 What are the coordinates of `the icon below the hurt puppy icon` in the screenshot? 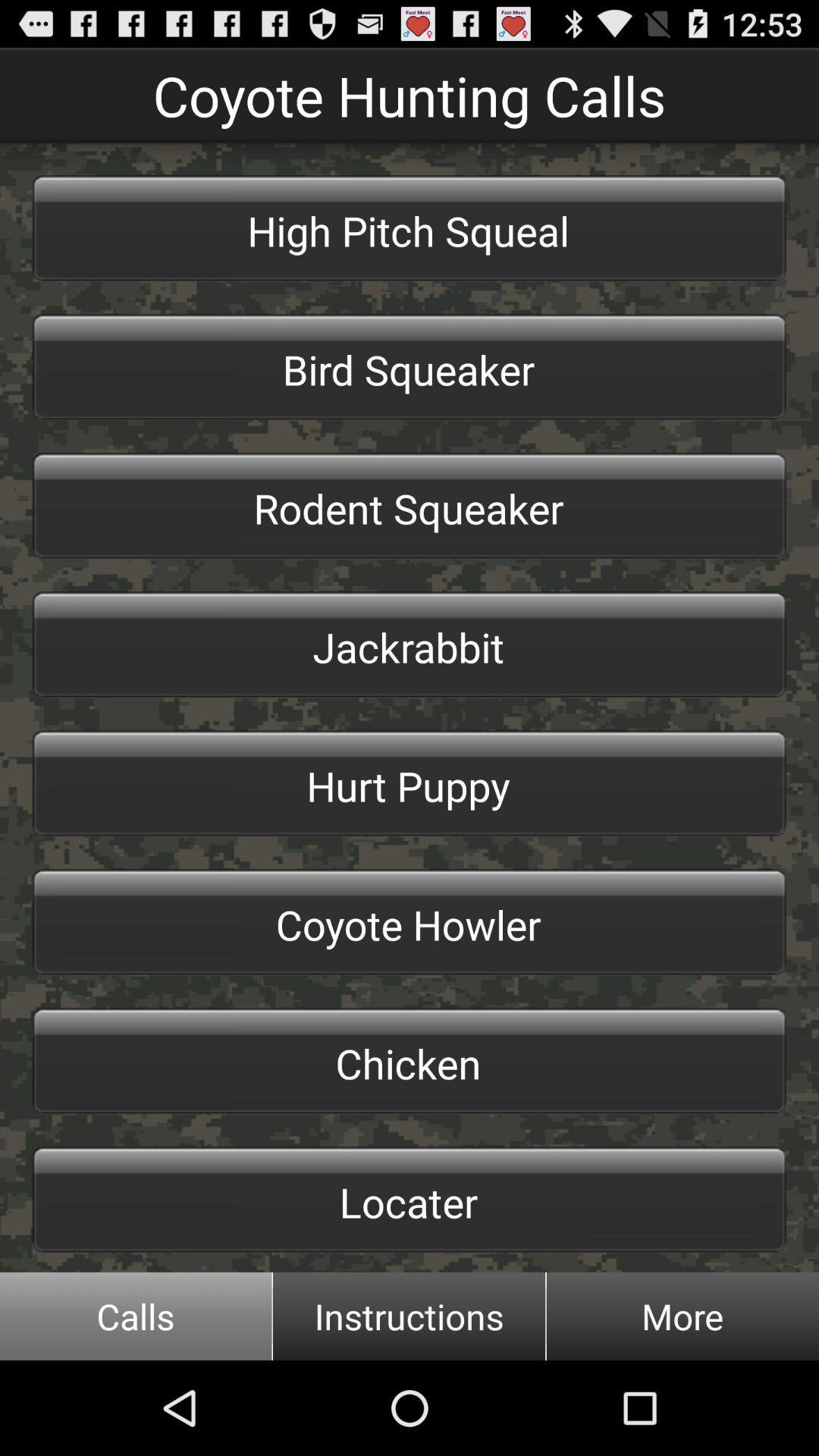 It's located at (409, 921).